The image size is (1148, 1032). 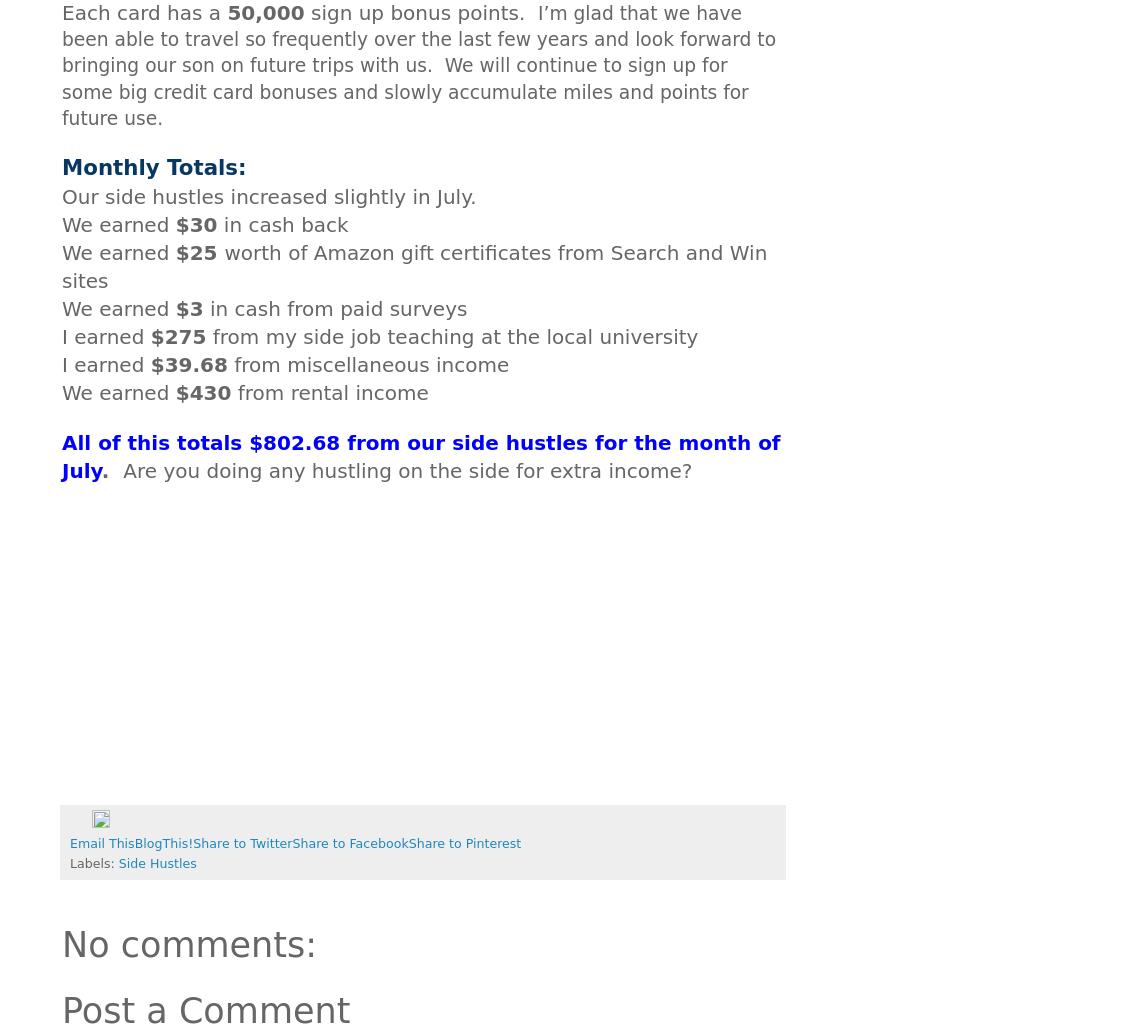 What do you see at coordinates (133, 842) in the screenshot?
I see `'BlogThis!'` at bounding box center [133, 842].